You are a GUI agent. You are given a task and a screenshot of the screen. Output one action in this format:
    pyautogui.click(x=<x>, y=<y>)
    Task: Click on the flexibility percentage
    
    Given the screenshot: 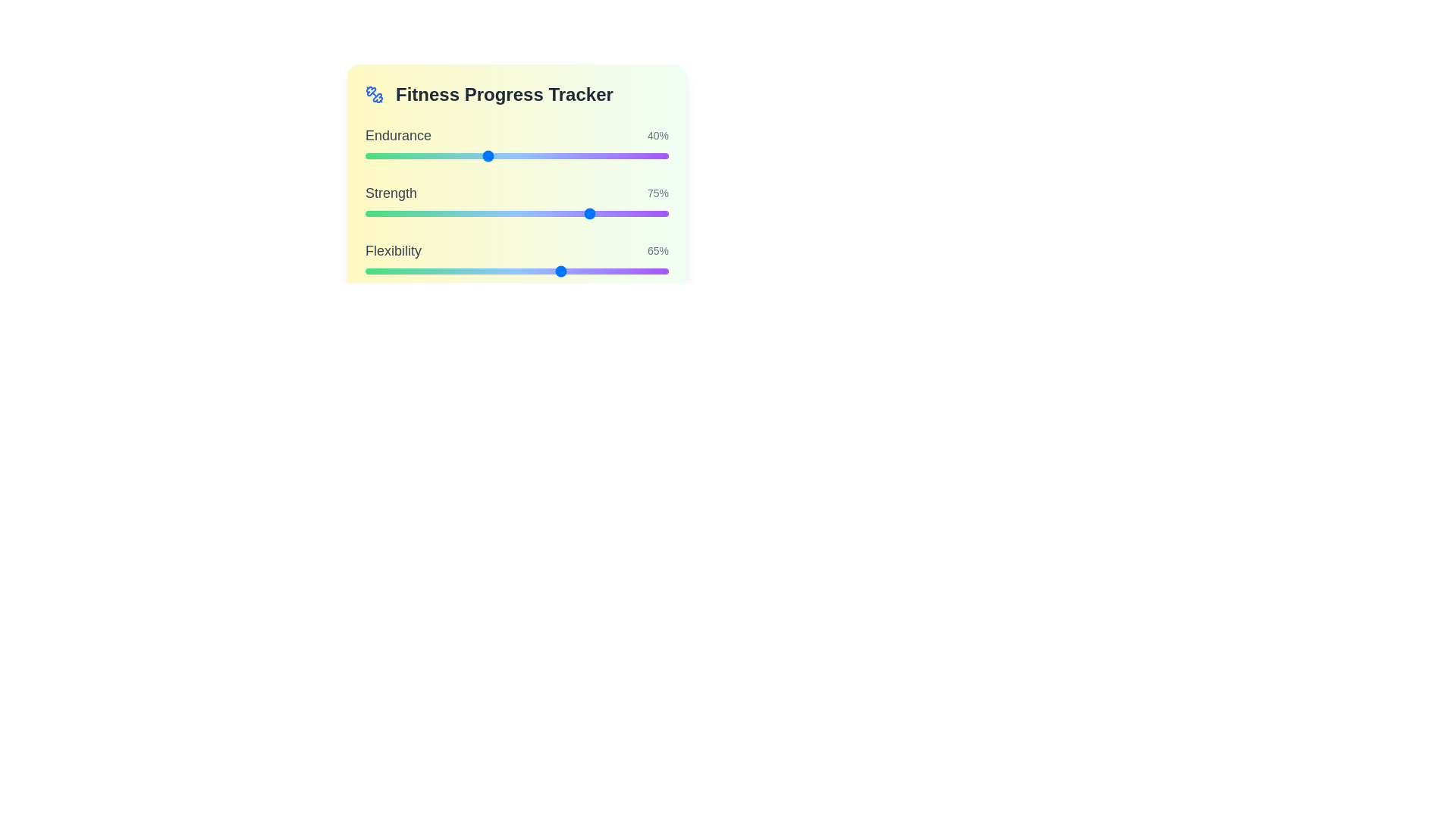 What is the action you would take?
    pyautogui.click(x=437, y=271)
    